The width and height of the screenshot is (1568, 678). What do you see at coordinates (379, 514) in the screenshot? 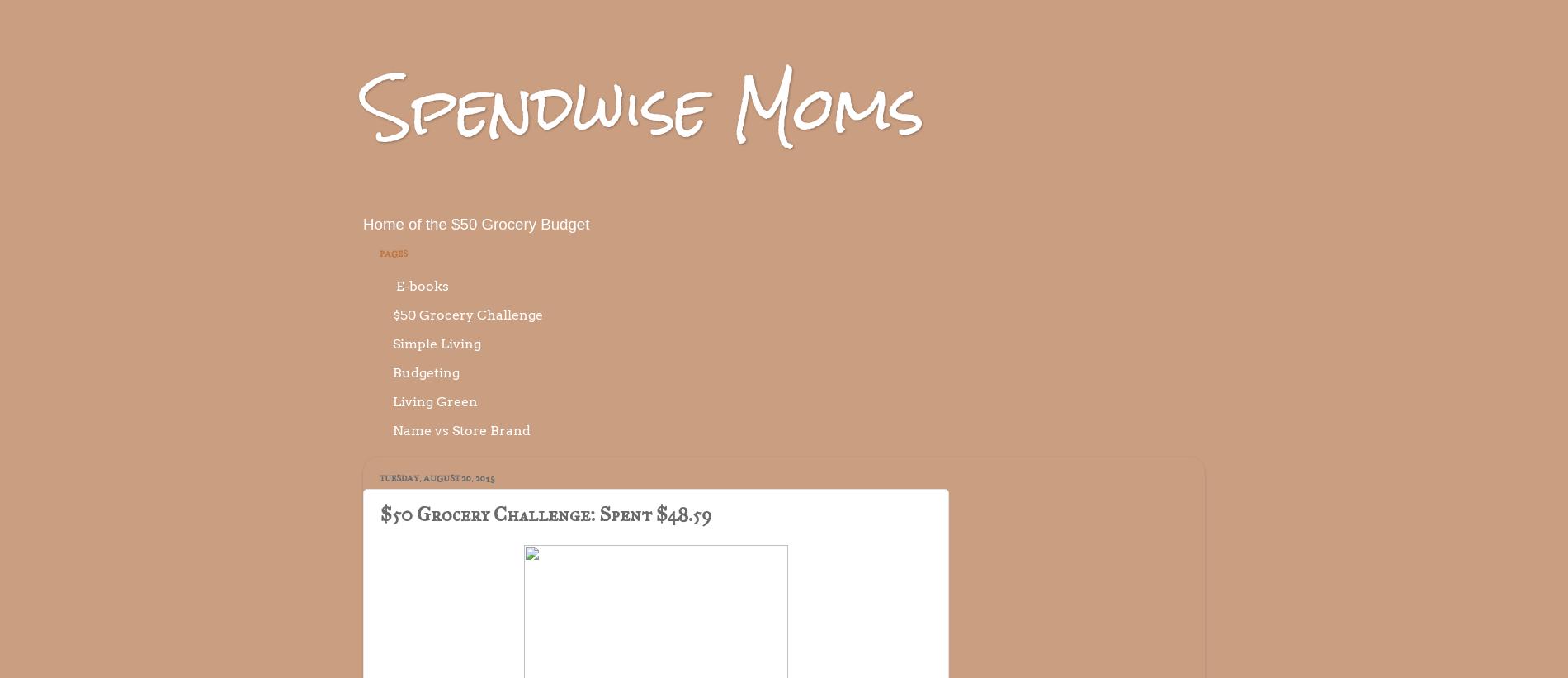
I see `'$50 Grocery Challenge:  Spent $48.59'` at bounding box center [379, 514].